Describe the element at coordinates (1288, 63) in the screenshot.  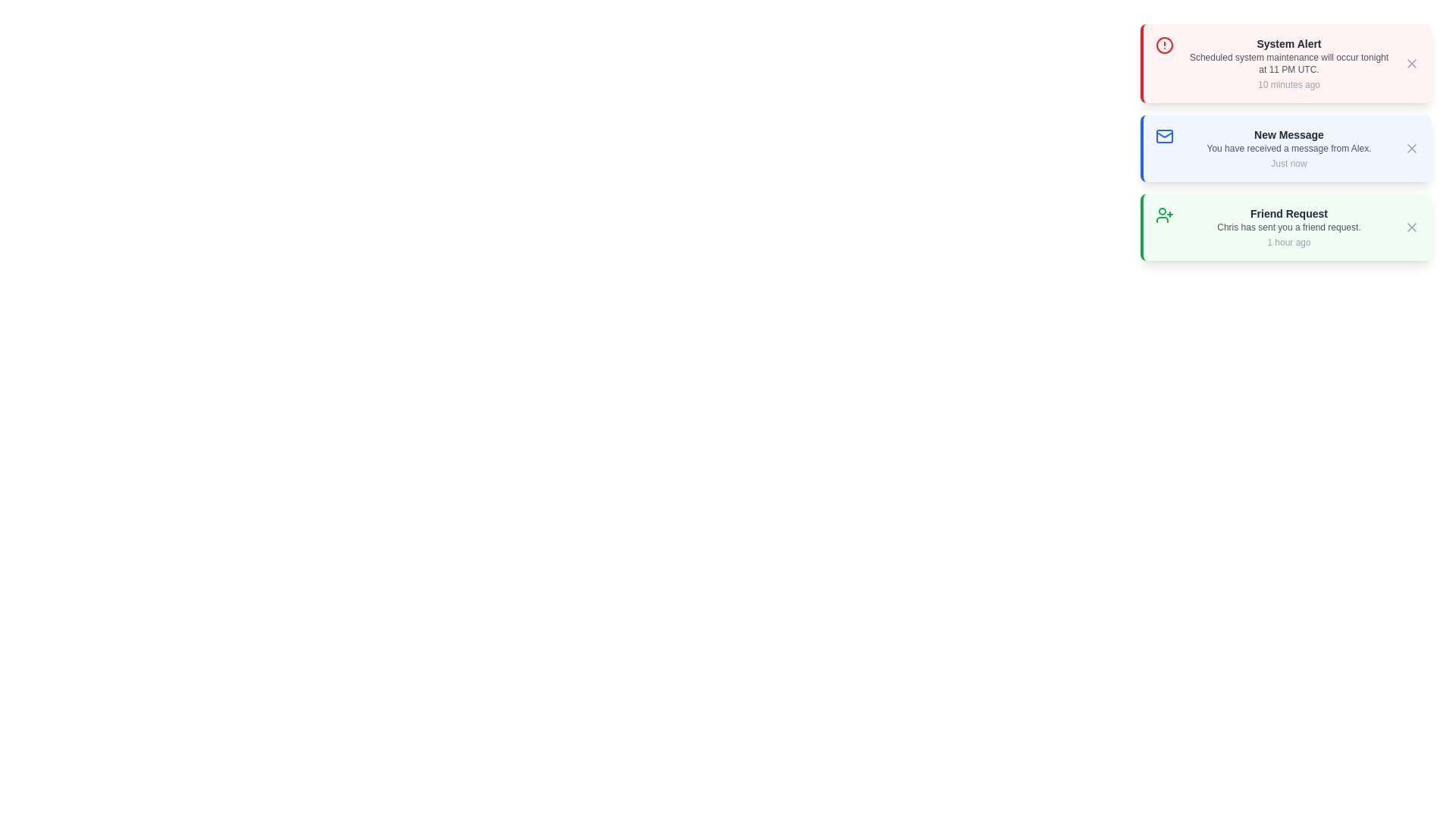
I see `the information in the first notification card, which provides a system alert message about scheduled maintenance` at that location.